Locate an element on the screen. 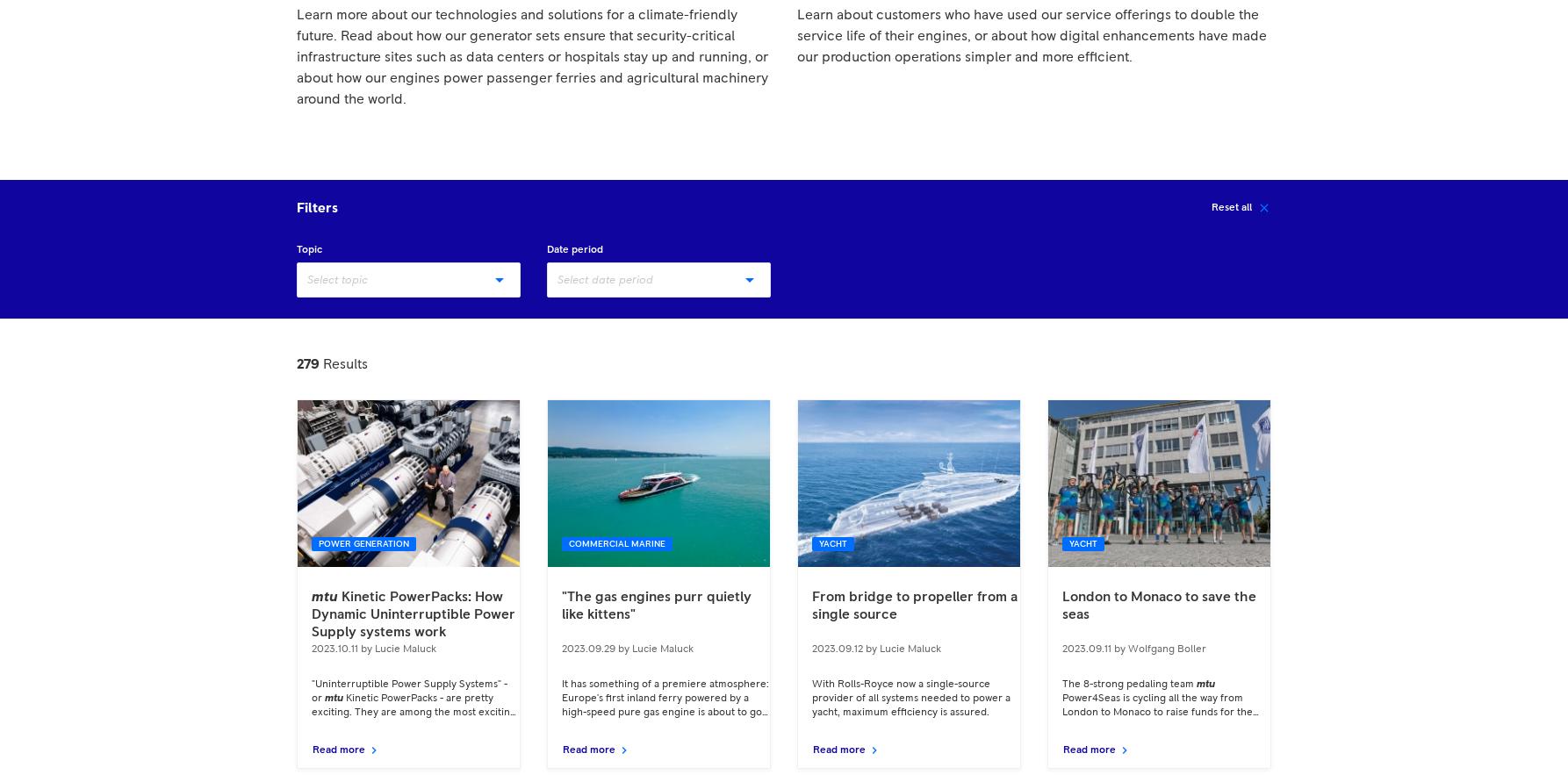 The height and width of the screenshot is (782, 1568). 'Wolfgang Boller' is located at coordinates (1167, 648).